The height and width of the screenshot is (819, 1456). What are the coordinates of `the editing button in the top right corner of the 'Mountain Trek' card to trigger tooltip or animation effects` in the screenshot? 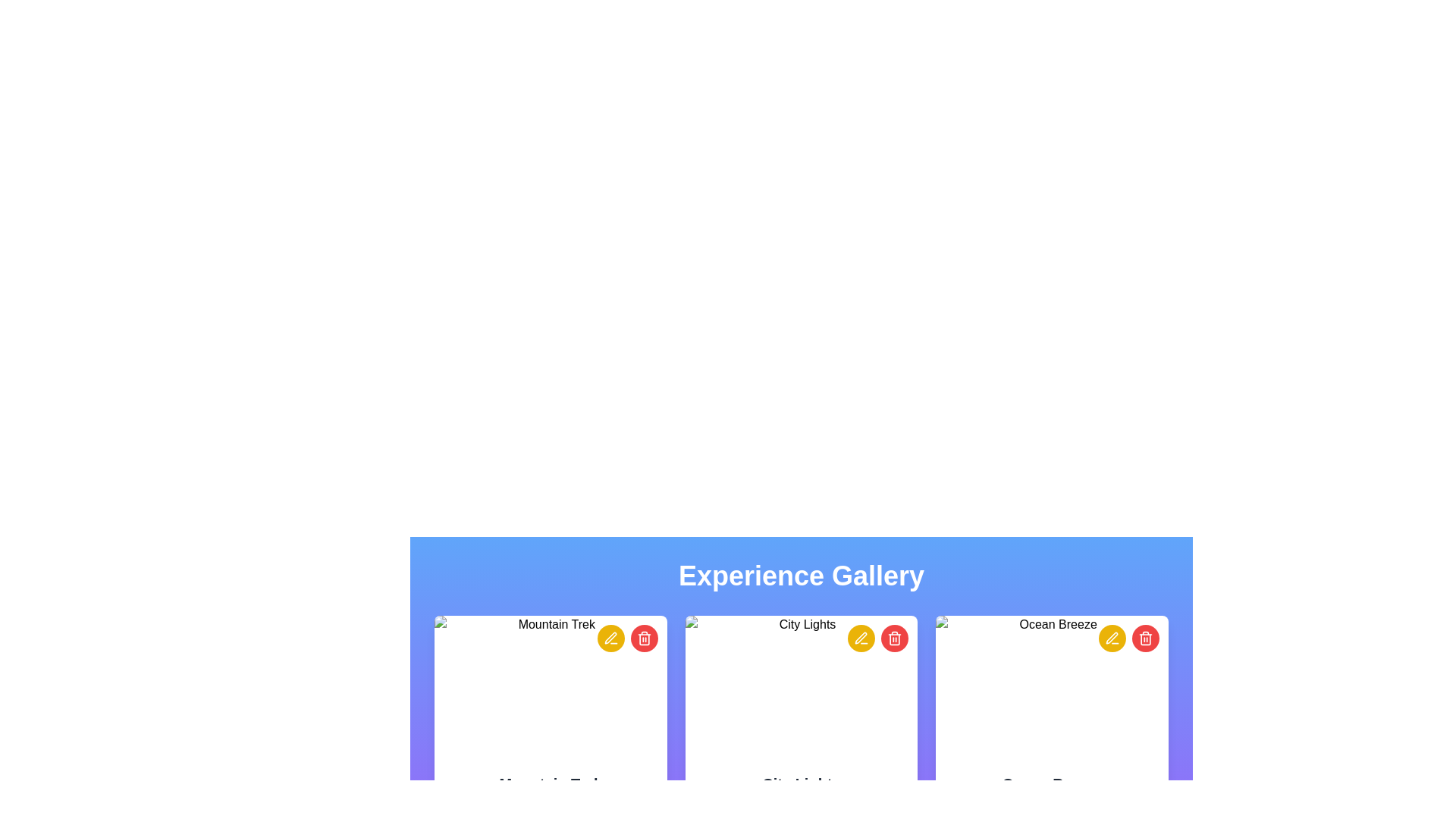 It's located at (610, 638).